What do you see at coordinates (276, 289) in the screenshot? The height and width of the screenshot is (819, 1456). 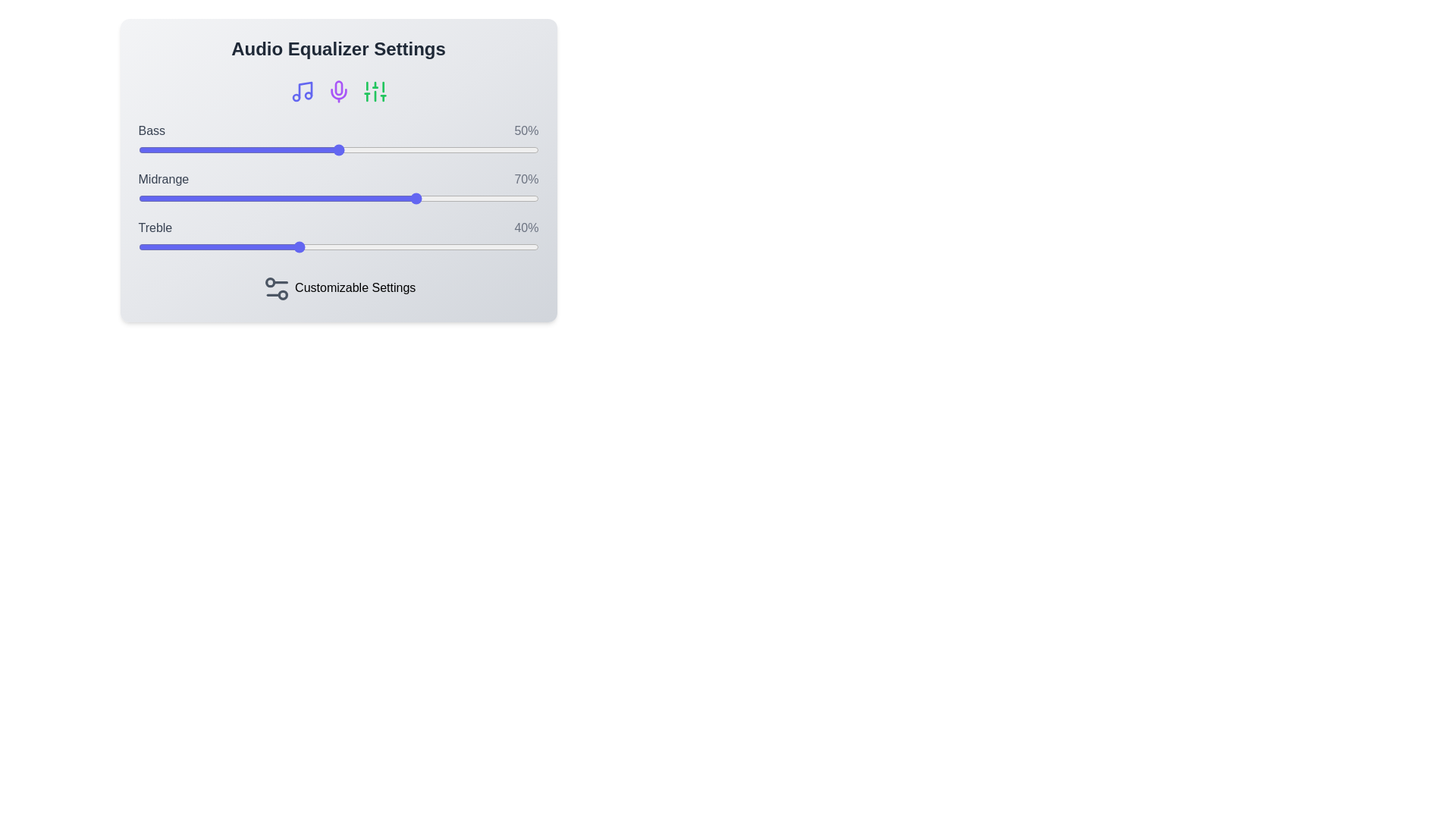 I see `the 'Customizable Settings' icon to interact with it` at bounding box center [276, 289].